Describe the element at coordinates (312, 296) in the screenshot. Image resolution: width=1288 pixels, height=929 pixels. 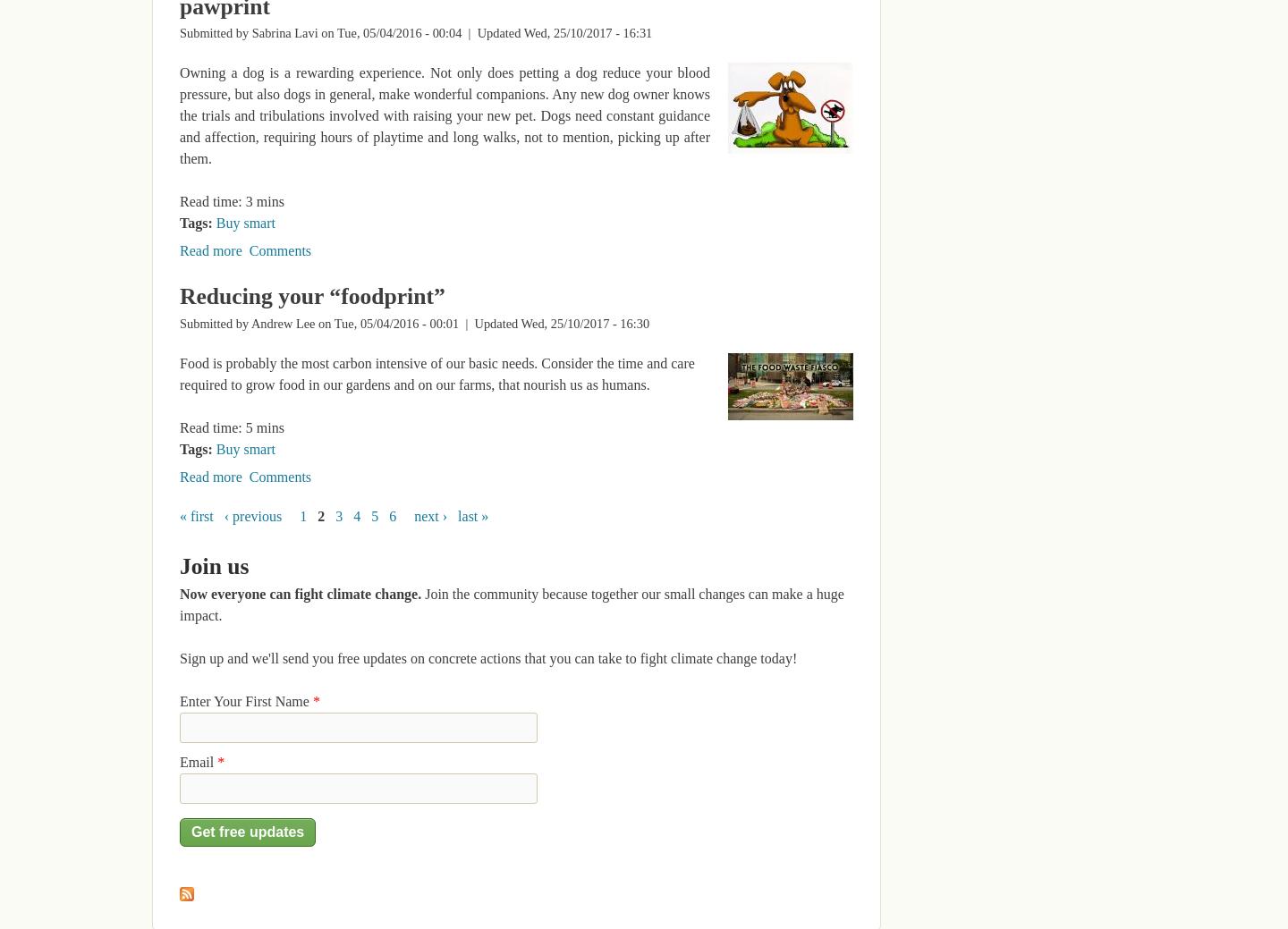
I see `'Reducing your “foodprint”'` at that location.